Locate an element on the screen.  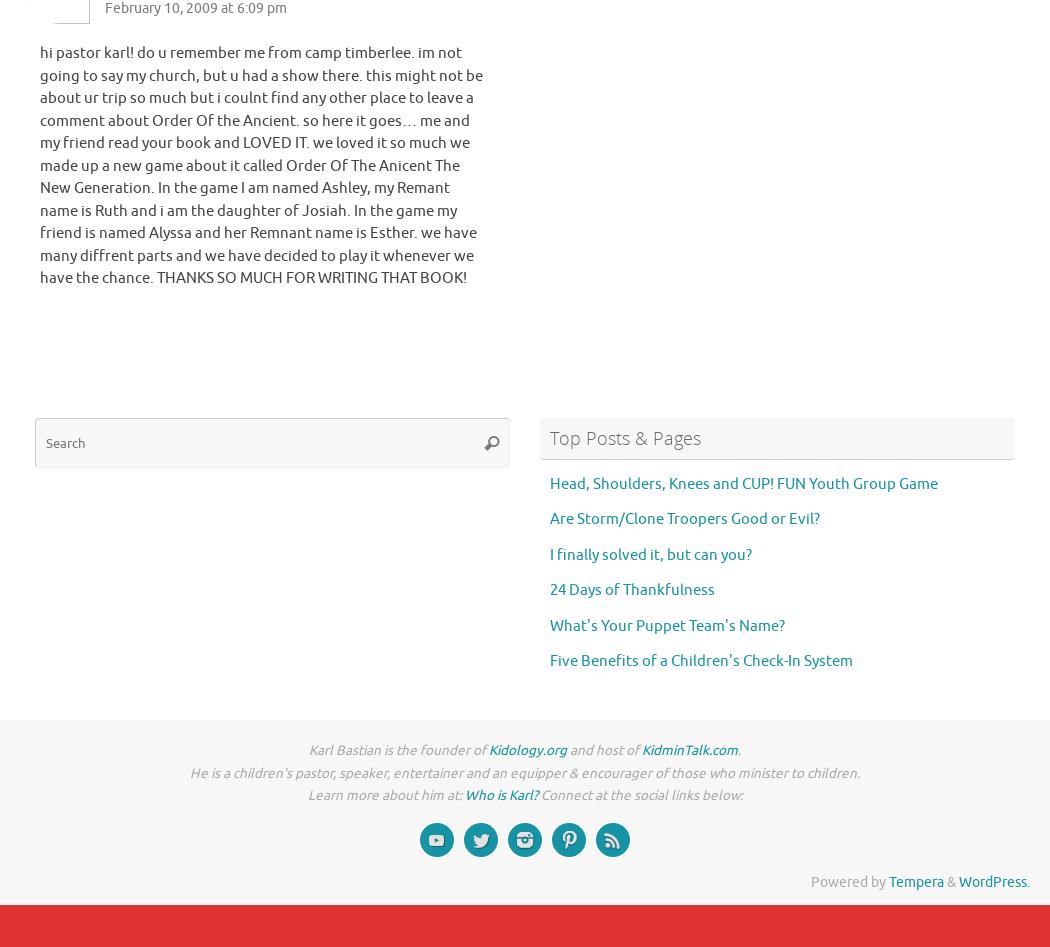
'&' is located at coordinates (950, 881).